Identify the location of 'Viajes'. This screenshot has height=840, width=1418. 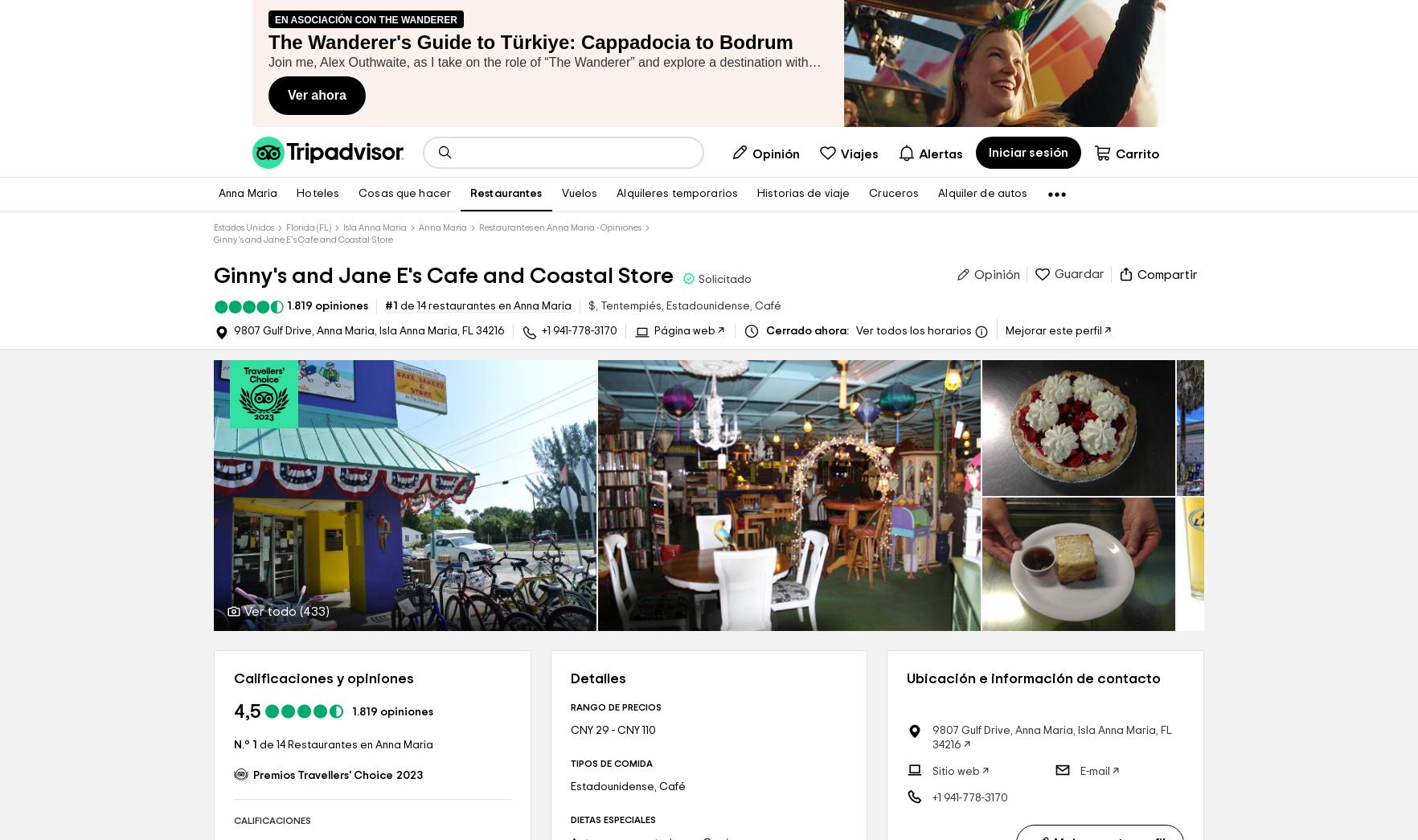
(841, 154).